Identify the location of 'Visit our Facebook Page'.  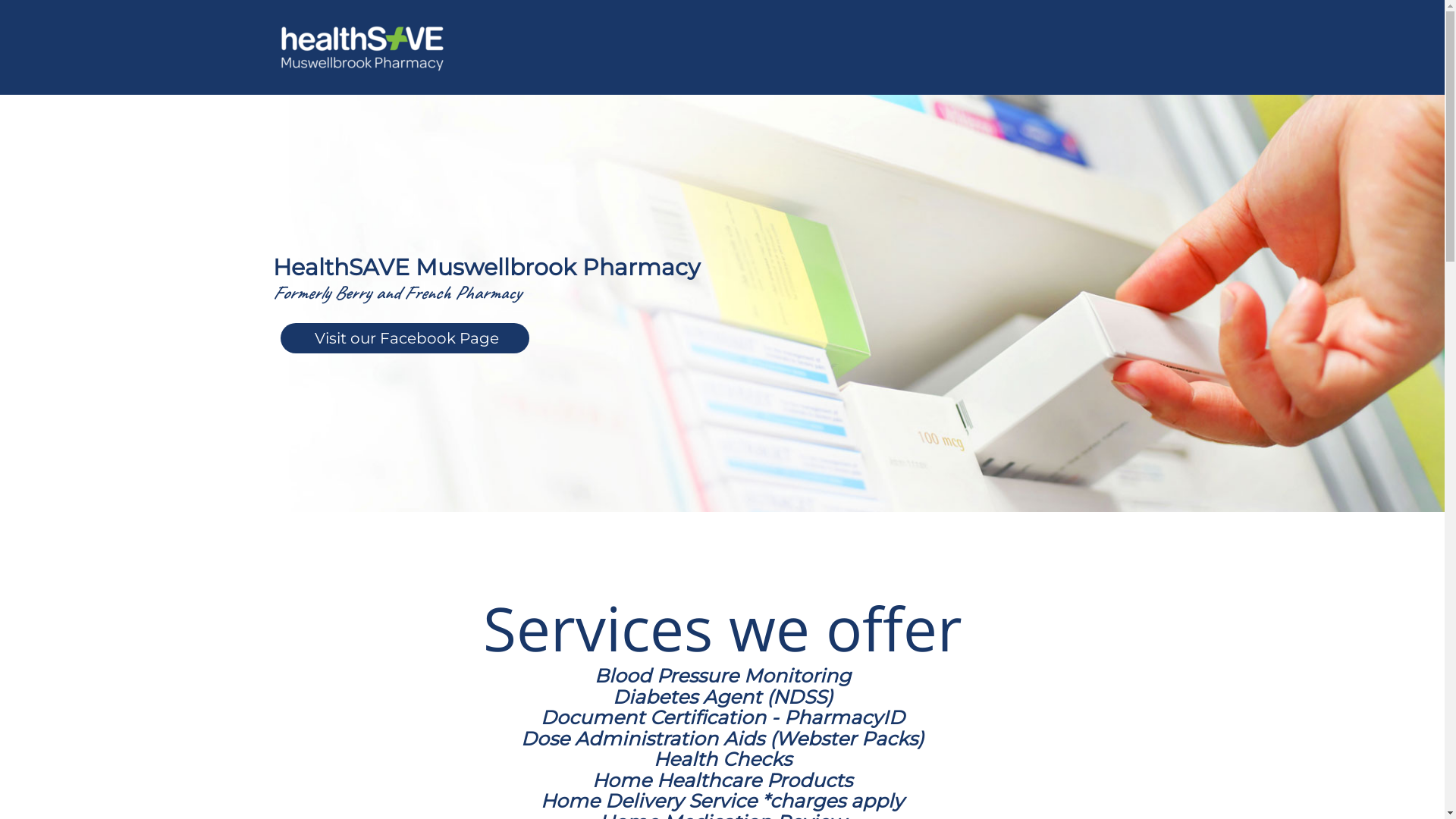
(404, 337).